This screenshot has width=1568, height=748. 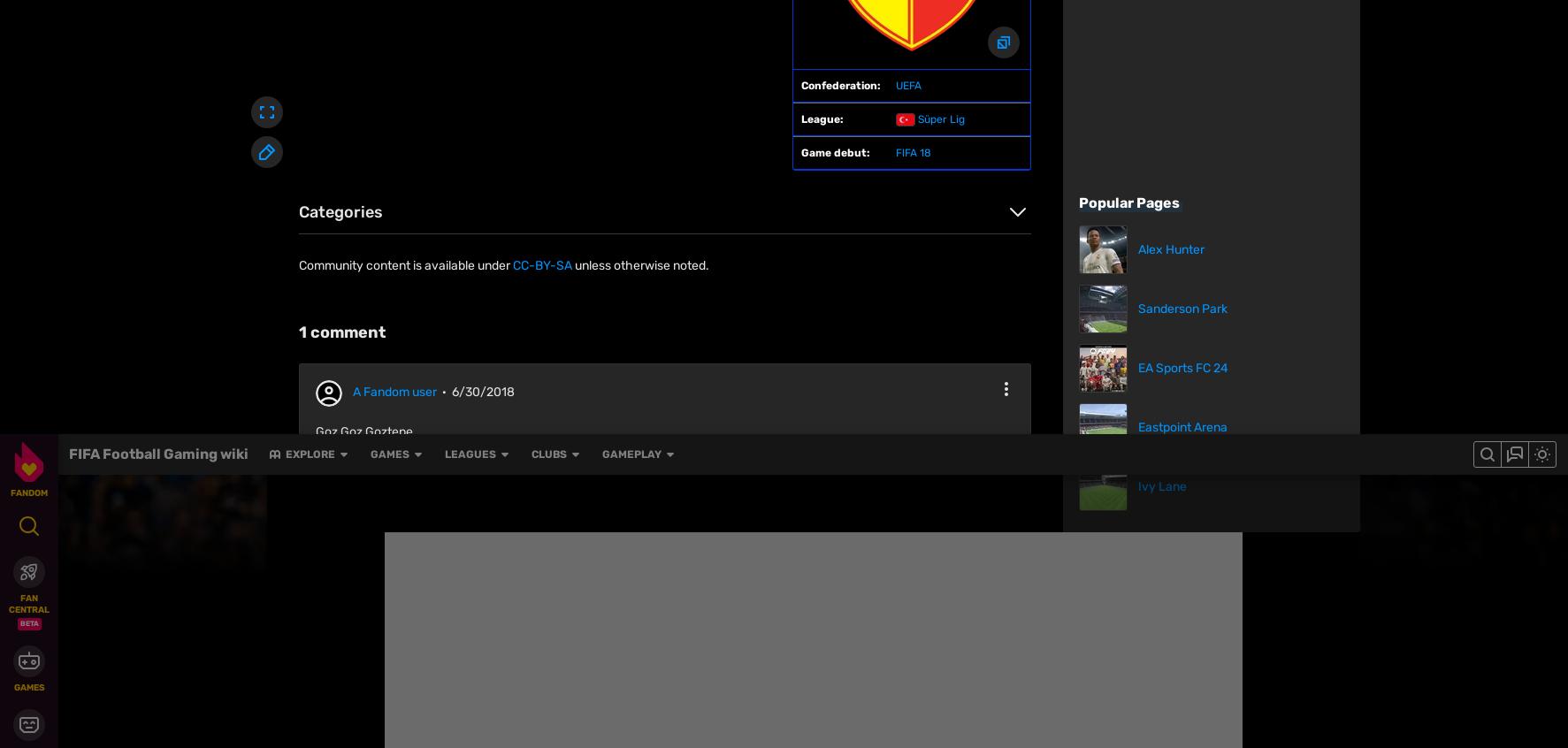 I want to click on 'Community', so click(x=854, y=701).